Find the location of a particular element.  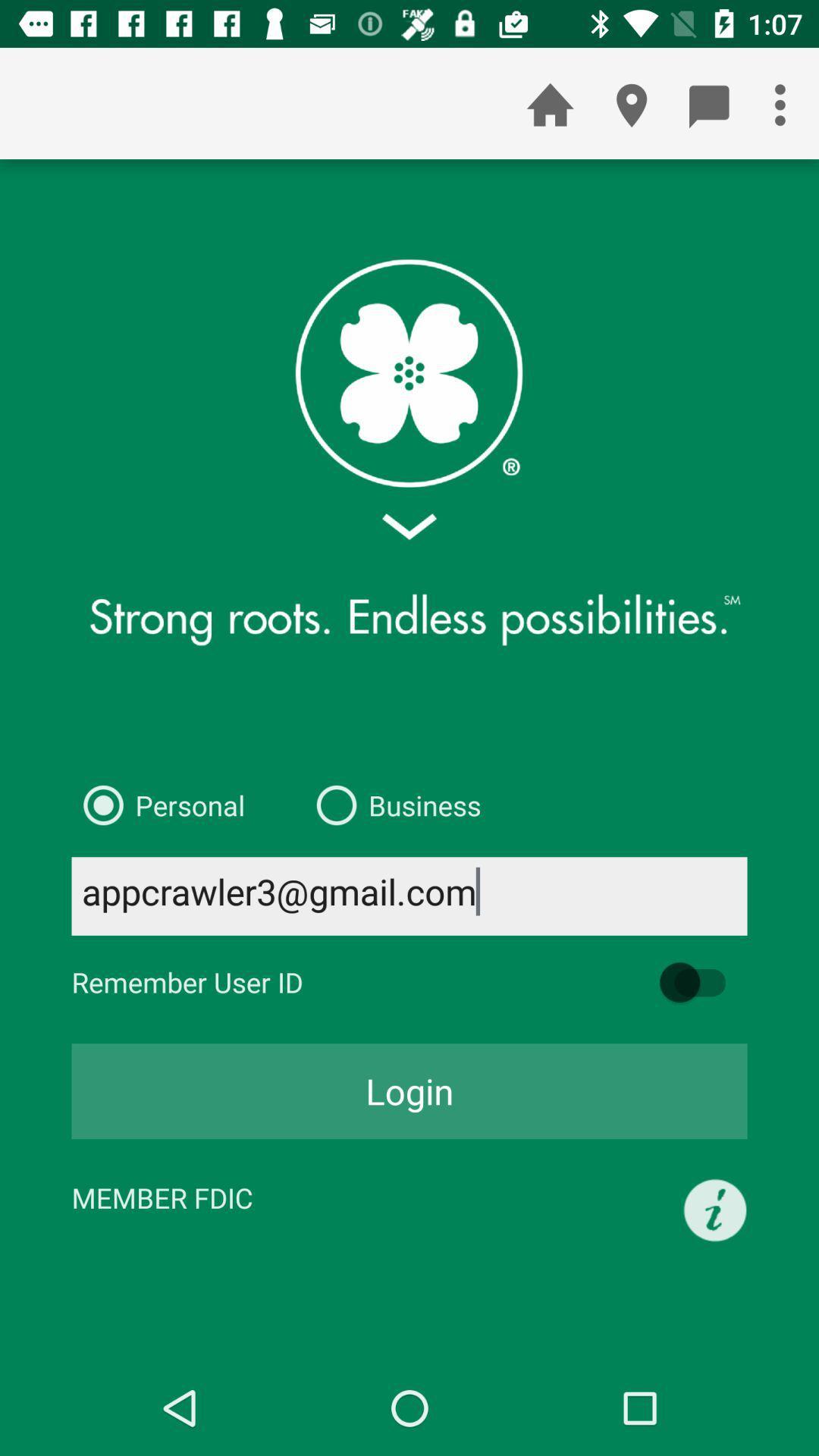

item to the right of the personal icon is located at coordinates (392, 804).